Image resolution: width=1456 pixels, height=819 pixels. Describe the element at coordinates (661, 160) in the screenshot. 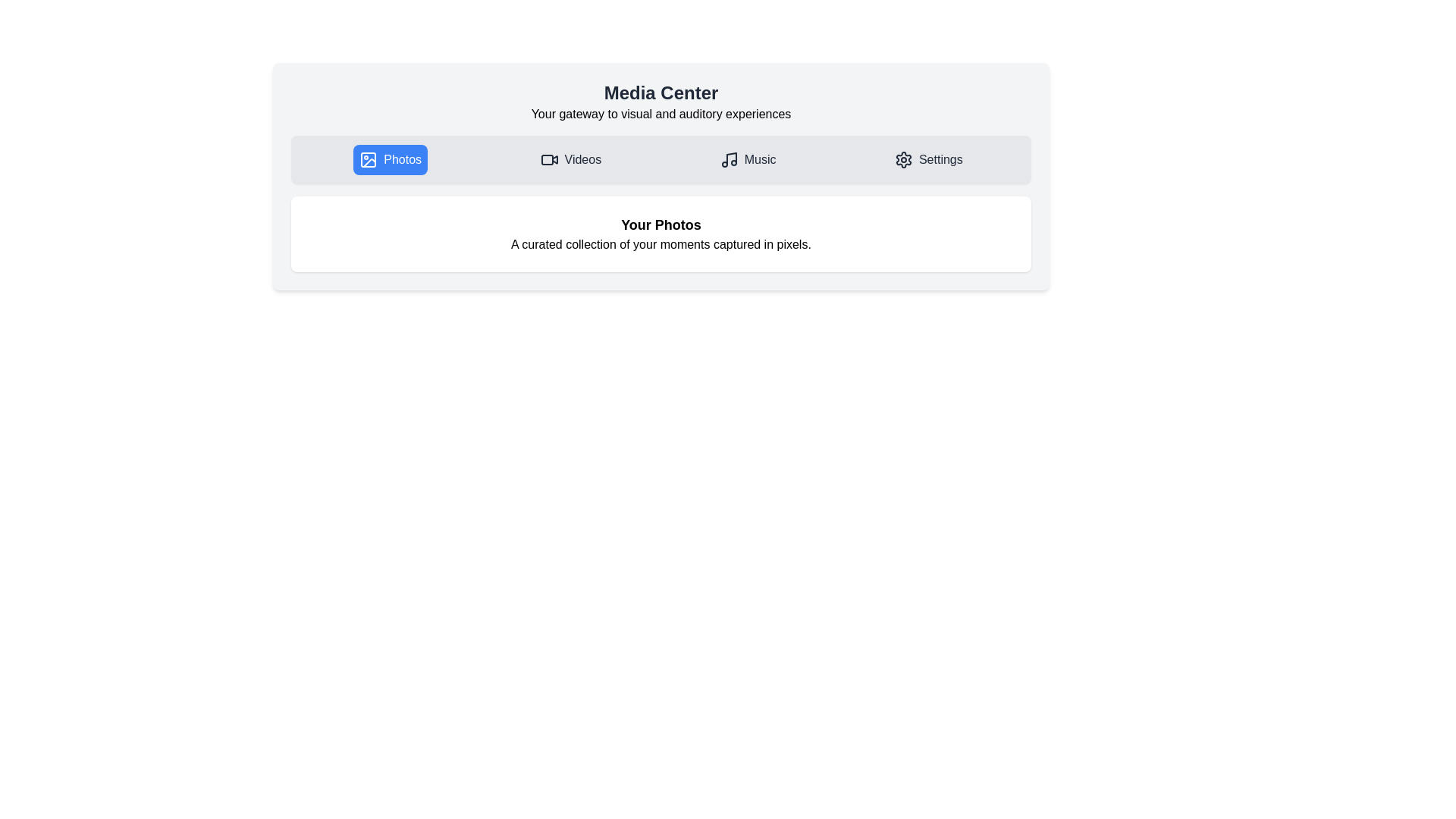

I see `the 'Music' button on the Navigation bar located in the Media Center section` at that location.